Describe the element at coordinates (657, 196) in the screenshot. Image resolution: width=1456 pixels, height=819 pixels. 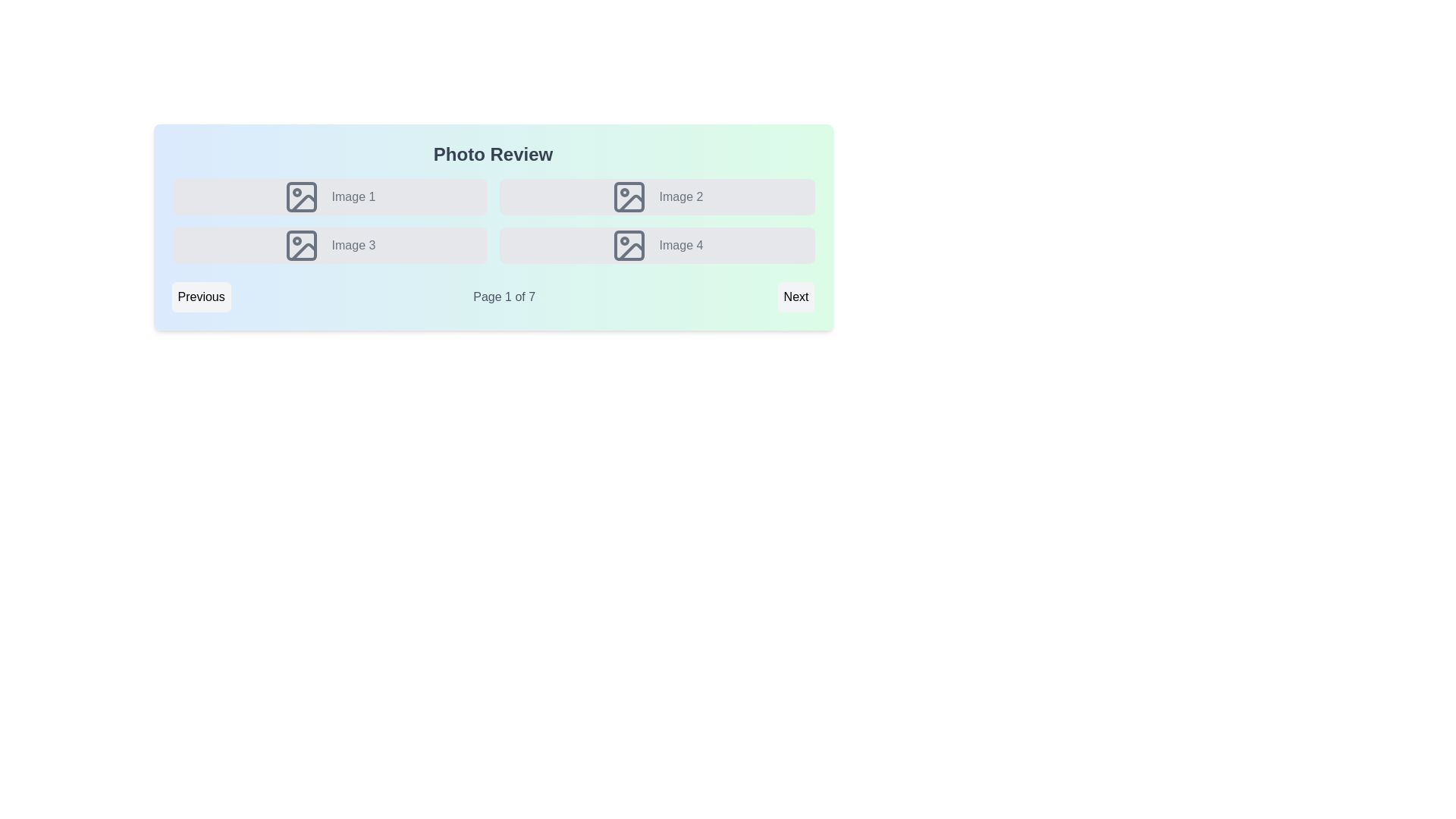
I see `the top-right selectable grid item that has a gray background, rounded corners, an icon depicting an image, and the text 'Image 2'` at that location.